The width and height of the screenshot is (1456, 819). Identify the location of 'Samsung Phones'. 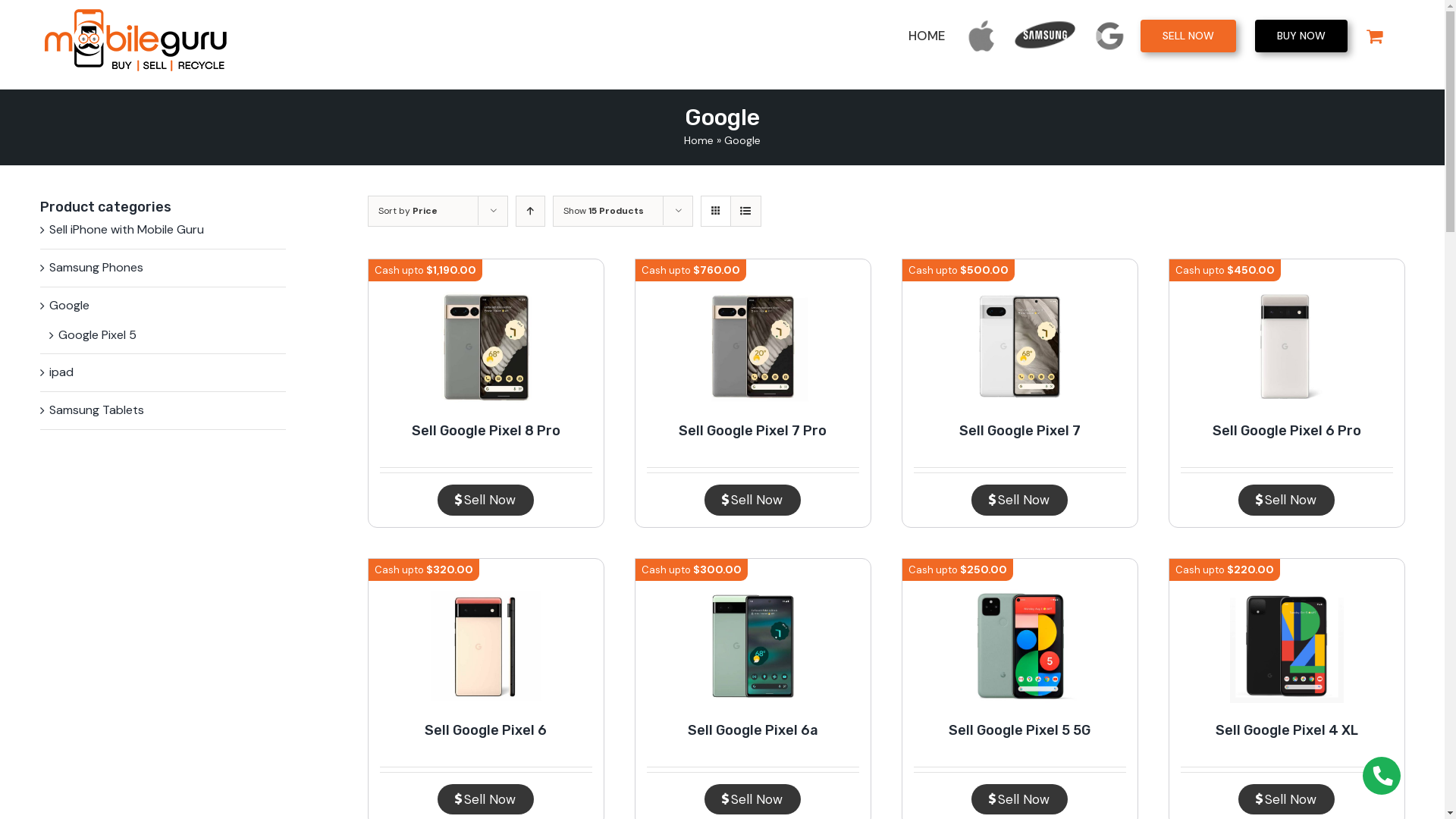
(94, 267).